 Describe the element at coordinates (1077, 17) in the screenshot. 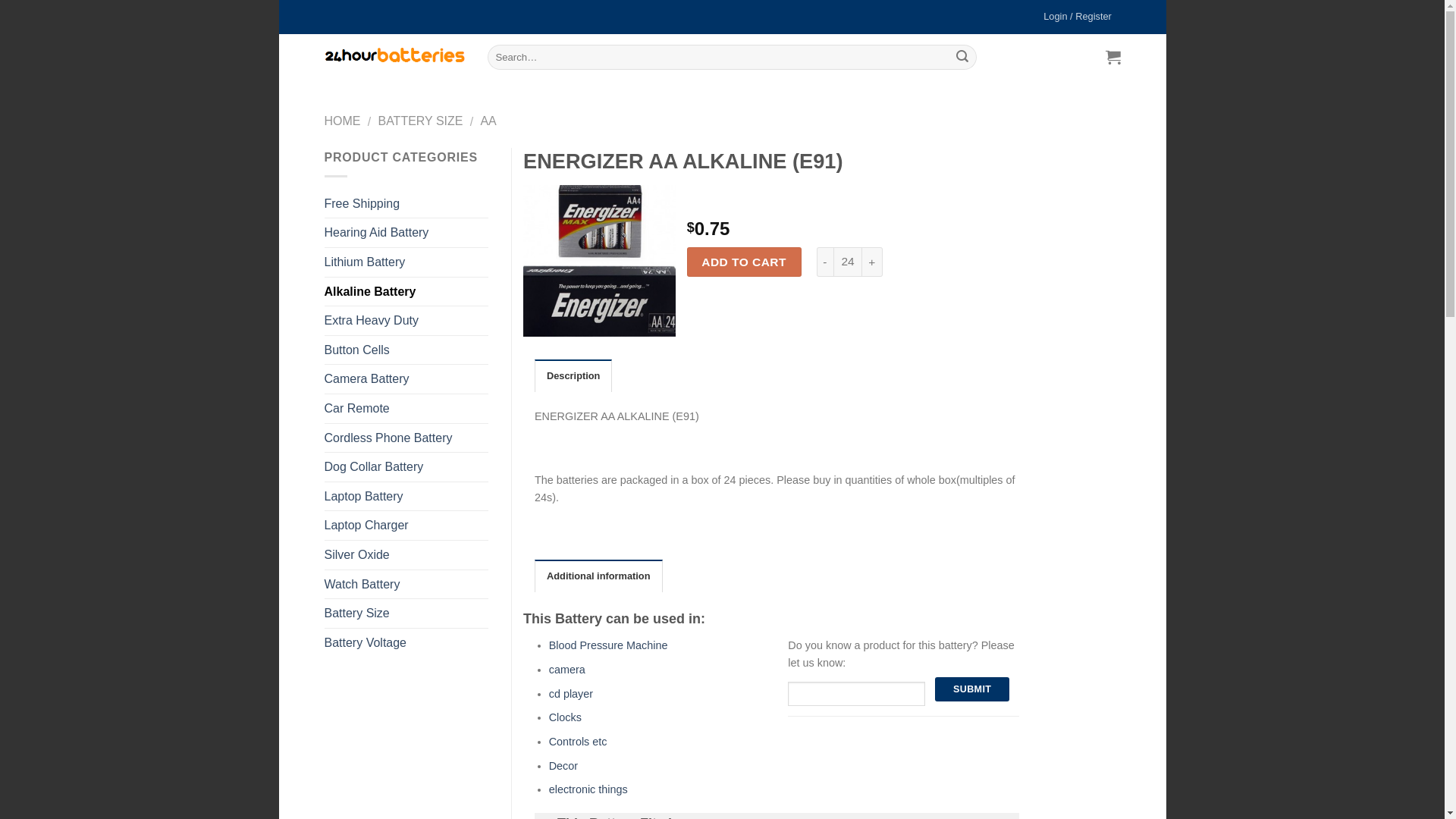

I see `'Login / Register'` at that location.